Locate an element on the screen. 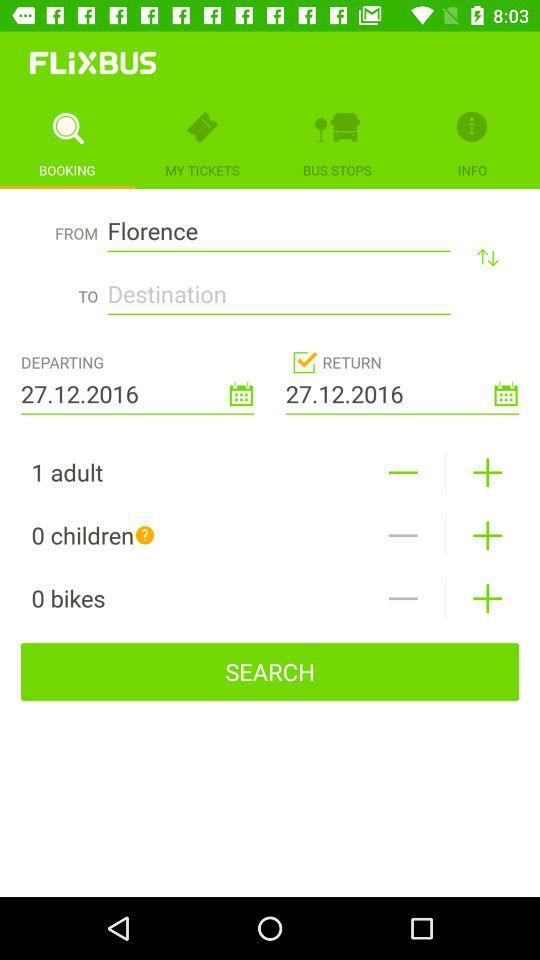 The image size is (540, 960). up or down is located at coordinates (486, 256).